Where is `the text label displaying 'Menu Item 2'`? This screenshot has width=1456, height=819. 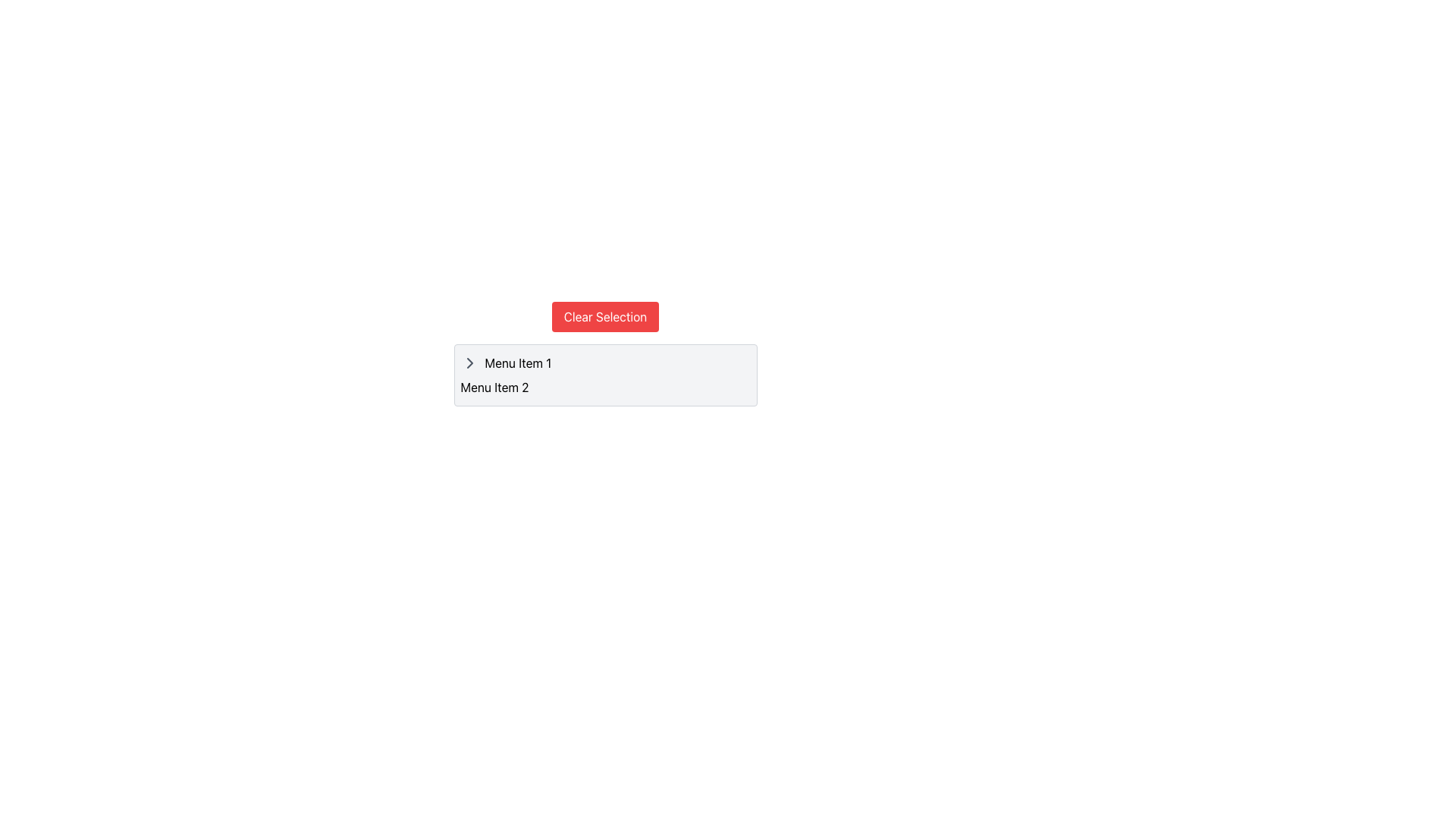 the text label displaying 'Menu Item 2' is located at coordinates (494, 386).